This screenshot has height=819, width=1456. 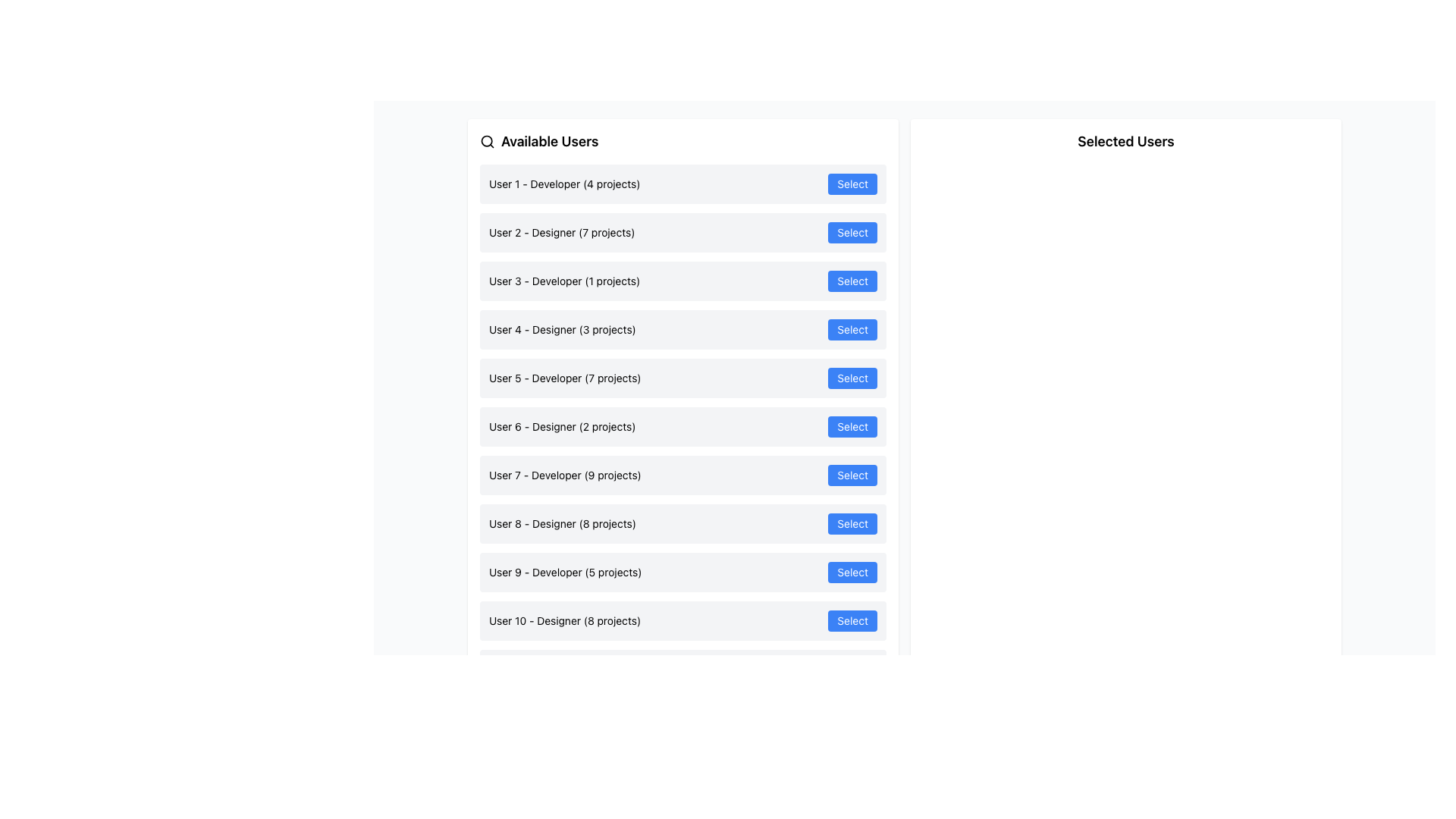 What do you see at coordinates (564, 620) in the screenshot?
I see `the descriptive label for 'User 10' in the 'Available Users' section, which includes their role as Designer and mentions 8 projects` at bounding box center [564, 620].